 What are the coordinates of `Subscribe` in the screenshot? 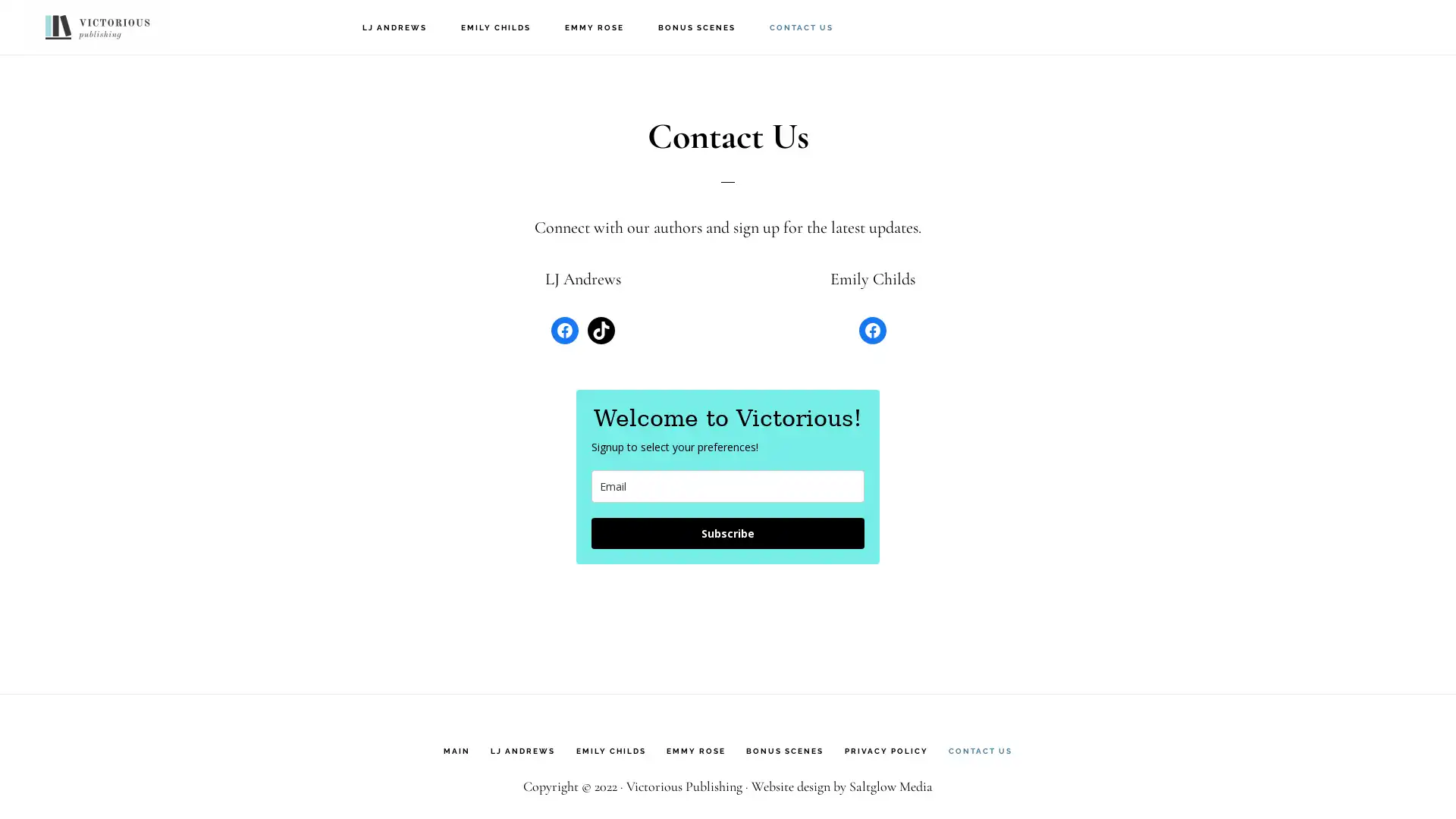 It's located at (728, 532).